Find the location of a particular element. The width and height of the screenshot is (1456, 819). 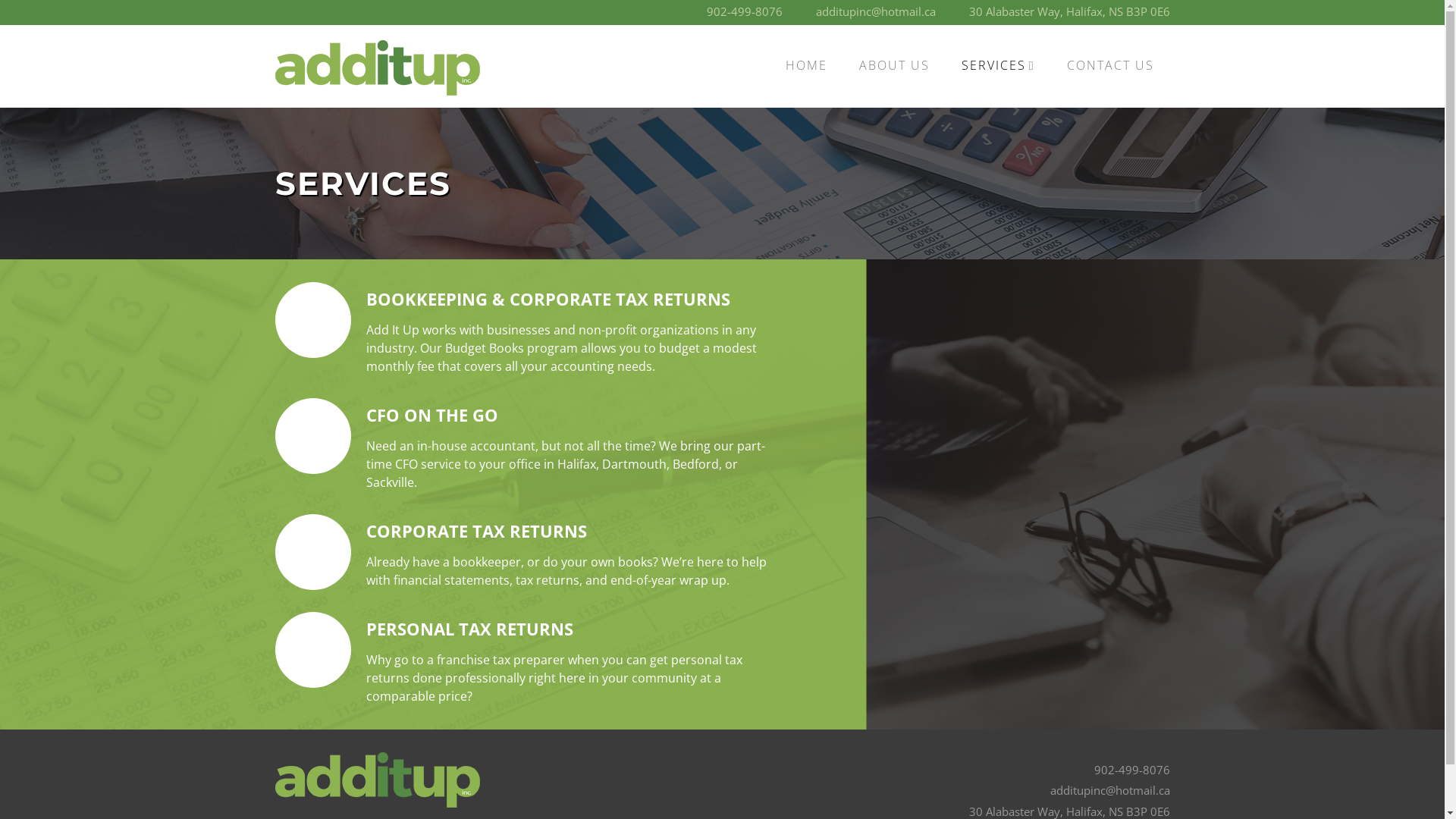

'additupinc@hotmail.ca' is located at coordinates (876, 11).